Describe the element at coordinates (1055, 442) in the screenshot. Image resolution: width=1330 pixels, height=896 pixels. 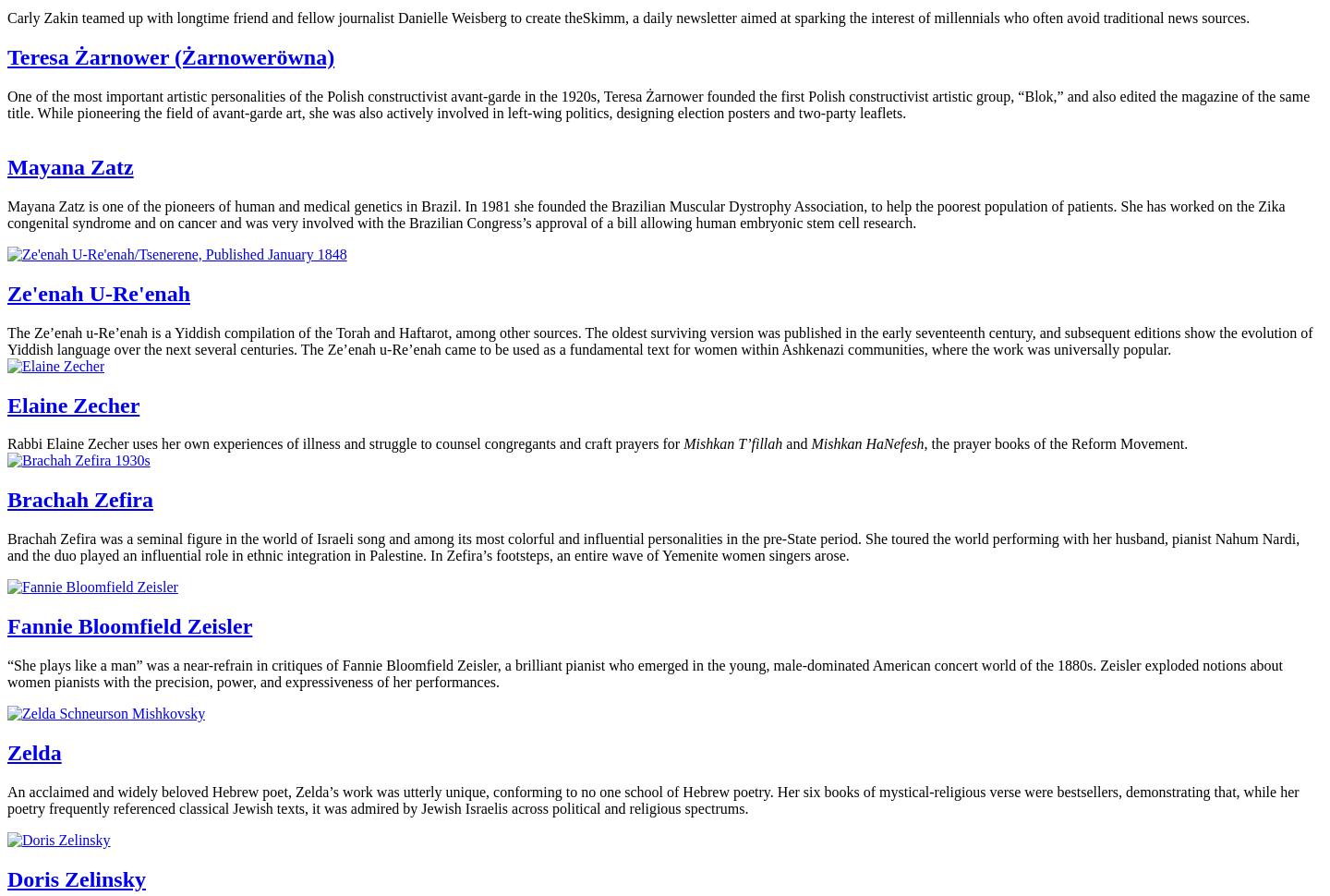
I see `', the prayer books of the Reform Movement.'` at that location.